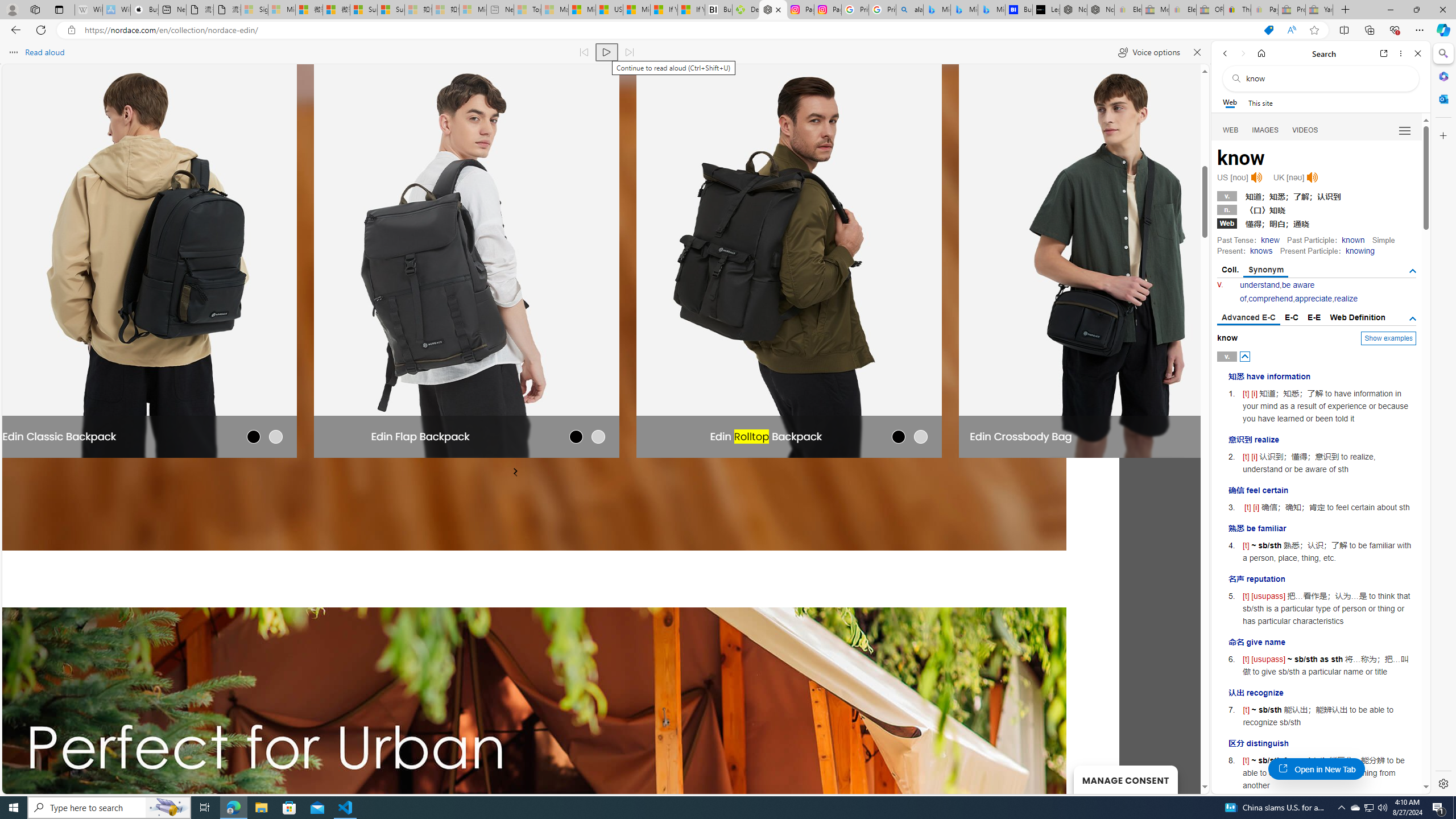 This screenshot has height=819, width=1456. I want to click on 'Read previous paragraph', so click(584, 52).